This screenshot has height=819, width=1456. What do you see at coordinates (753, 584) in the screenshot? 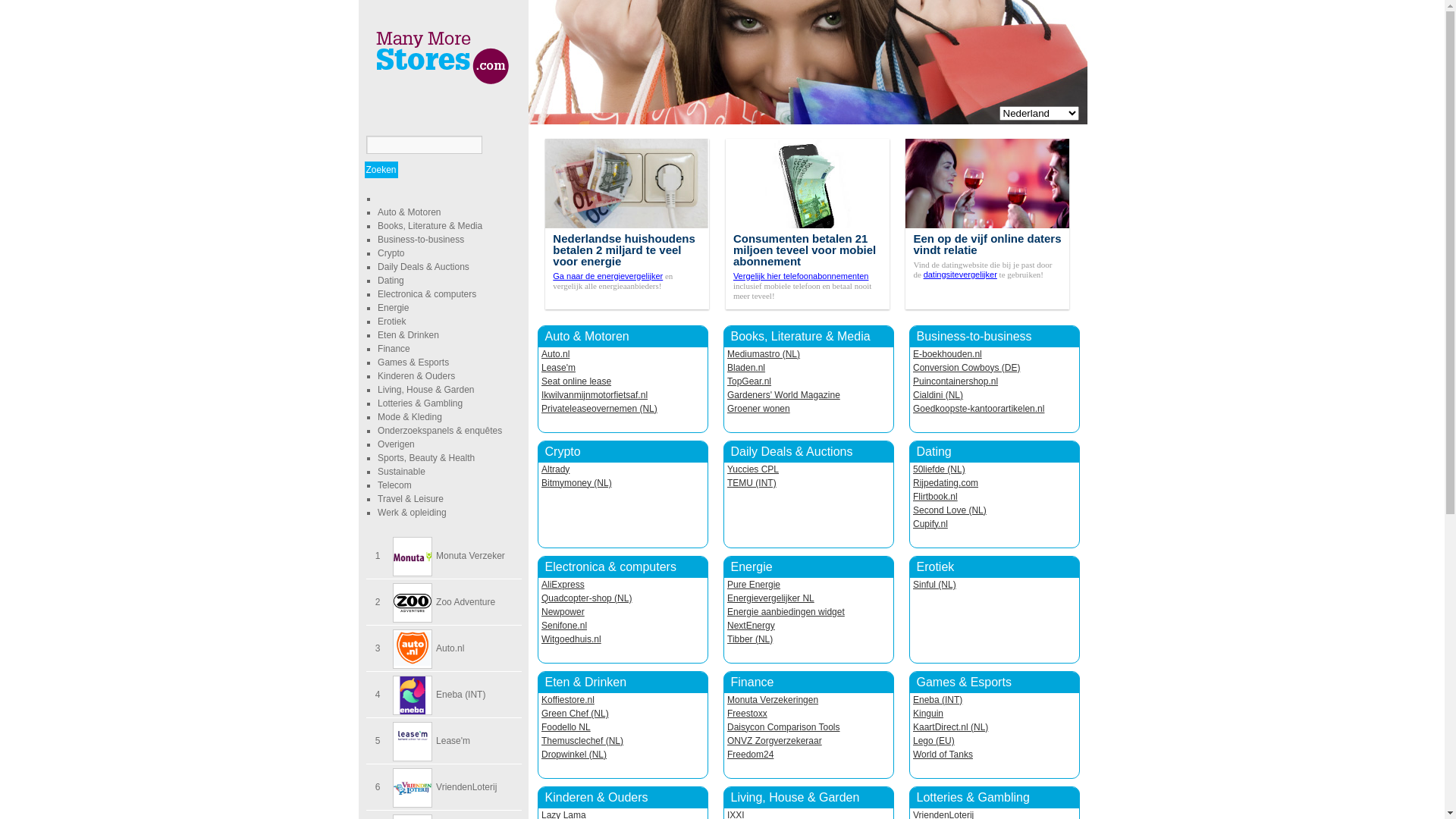
I see `'Pure Energie'` at bounding box center [753, 584].